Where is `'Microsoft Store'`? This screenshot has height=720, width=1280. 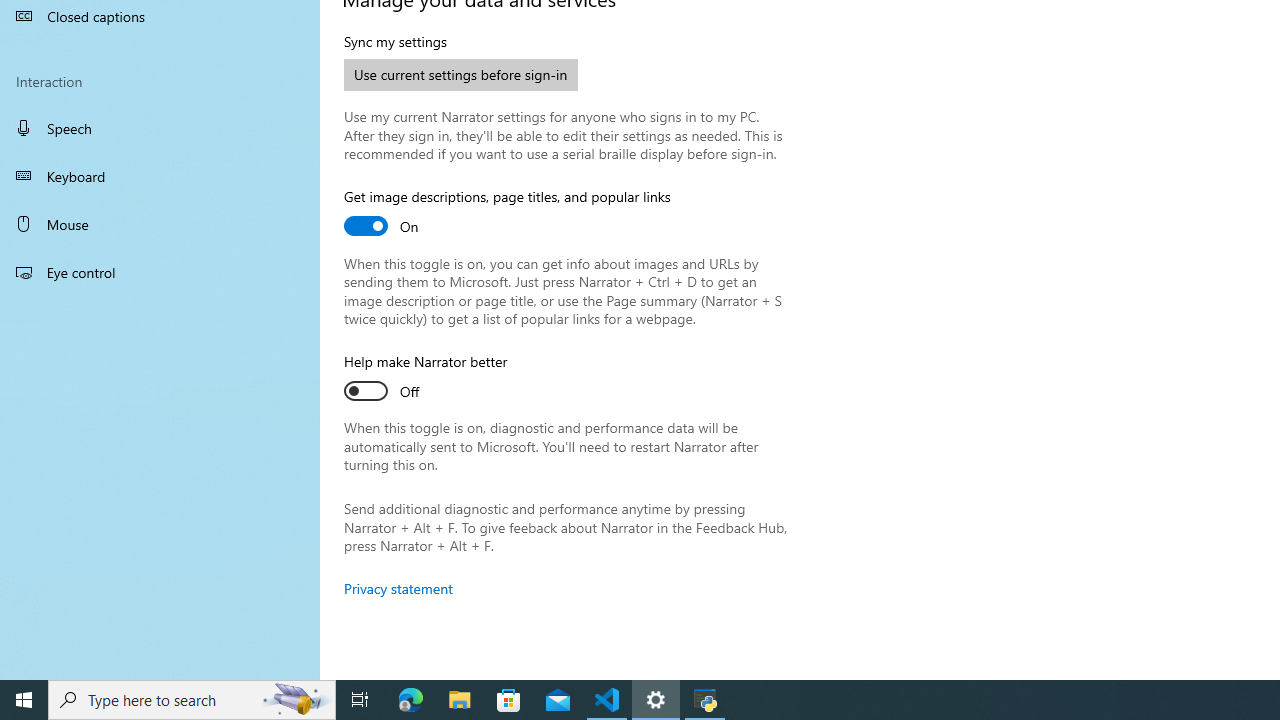 'Microsoft Store' is located at coordinates (509, 698).